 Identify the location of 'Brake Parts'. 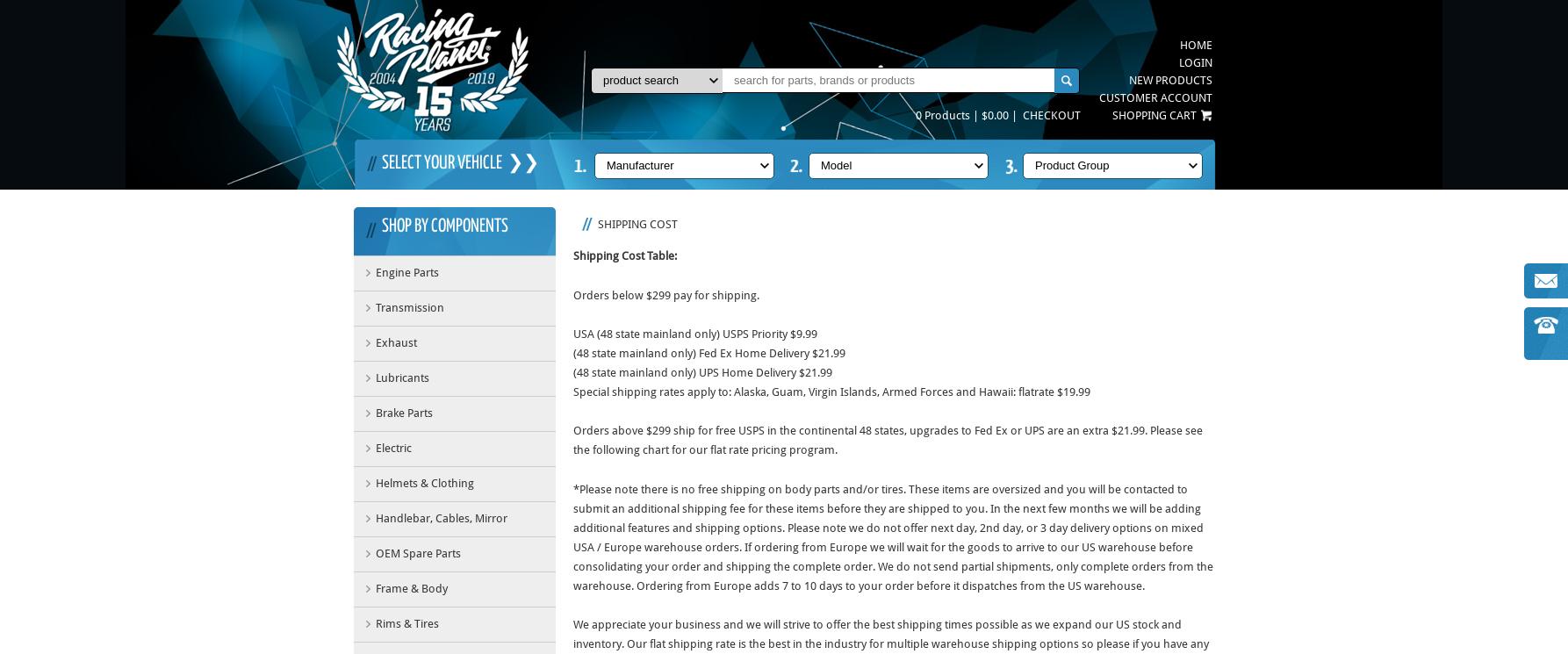
(403, 412).